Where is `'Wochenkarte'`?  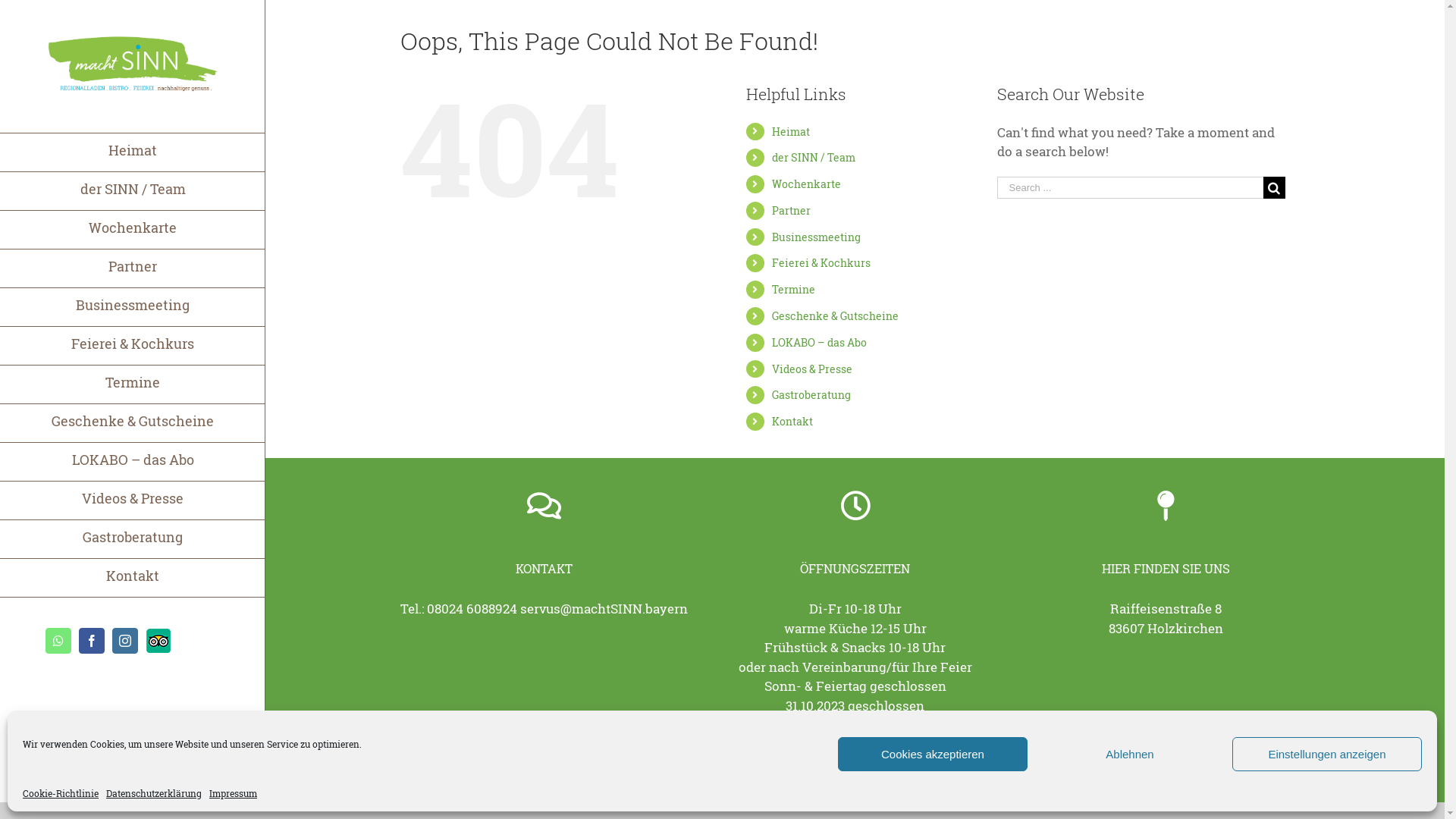
'Wochenkarte' is located at coordinates (132, 230).